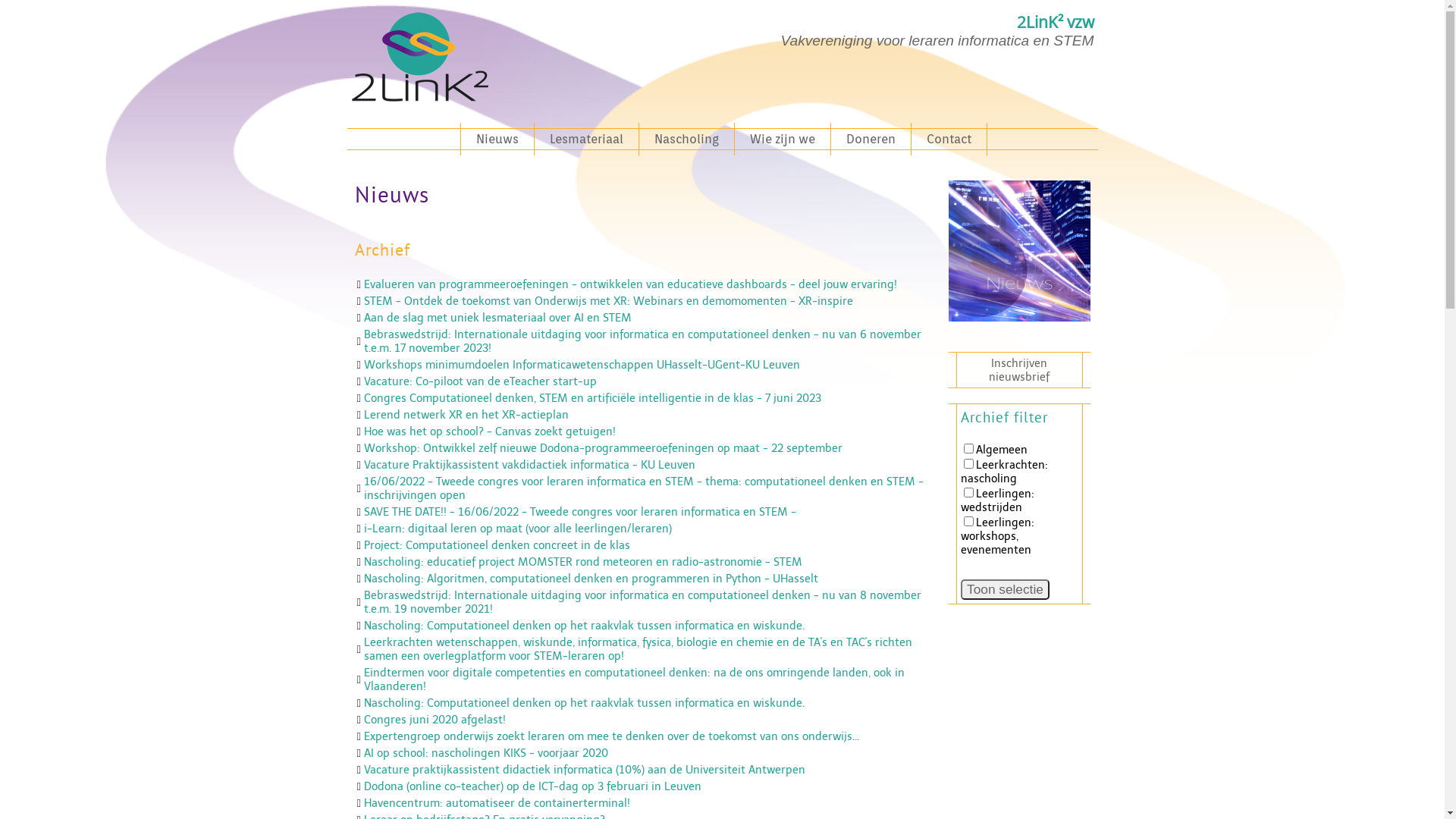 This screenshot has height=819, width=1456. Describe the element at coordinates (782, 139) in the screenshot. I see `'Wie zijn we'` at that location.